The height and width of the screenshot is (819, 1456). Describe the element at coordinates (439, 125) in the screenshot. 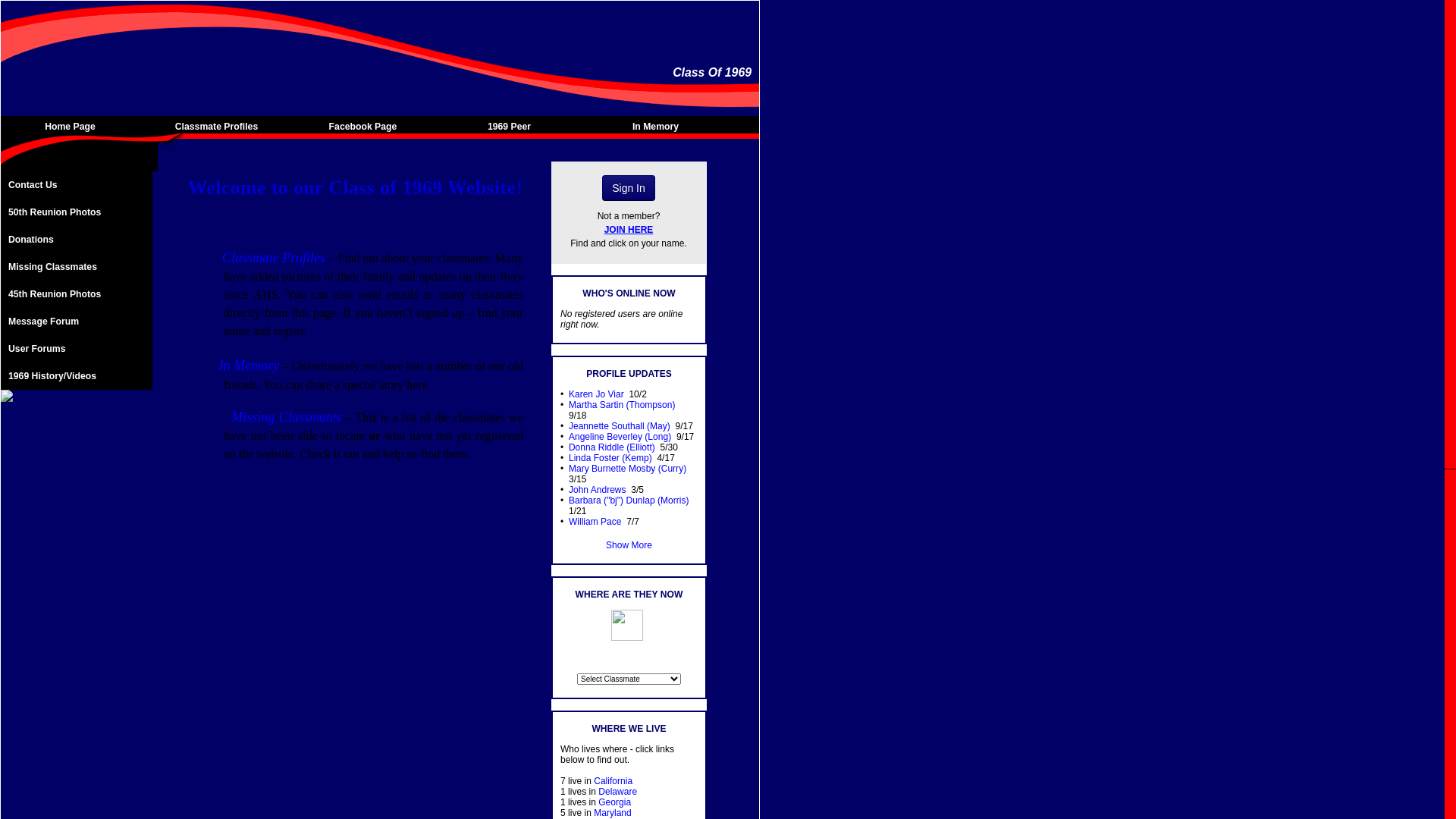

I see `'1969 Peer'` at that location.